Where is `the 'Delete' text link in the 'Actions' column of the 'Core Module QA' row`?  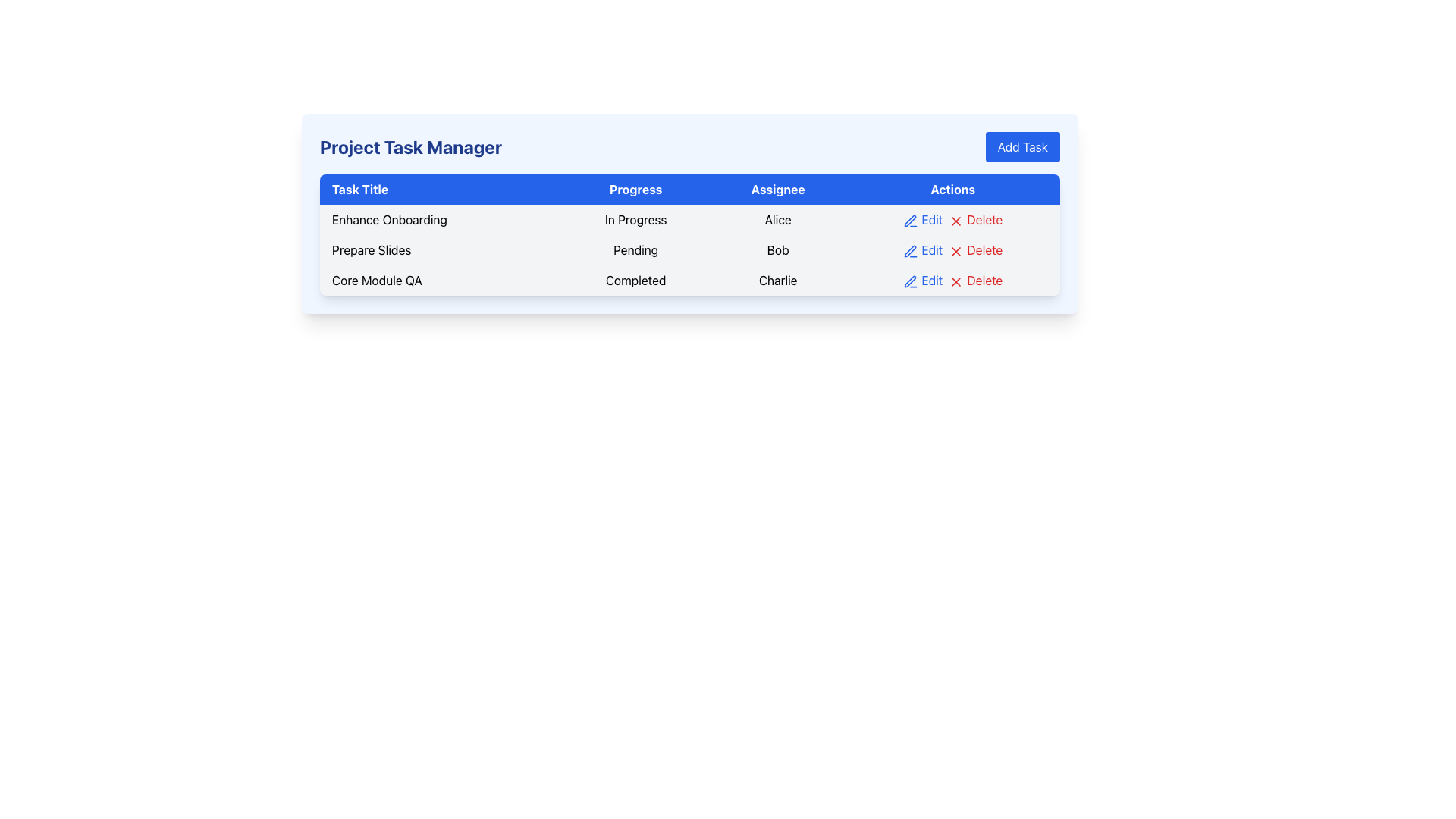 the 'Delete' text link in the 'Actions' column of the 'Core Module QA' row is located at coordinates (952, 281).